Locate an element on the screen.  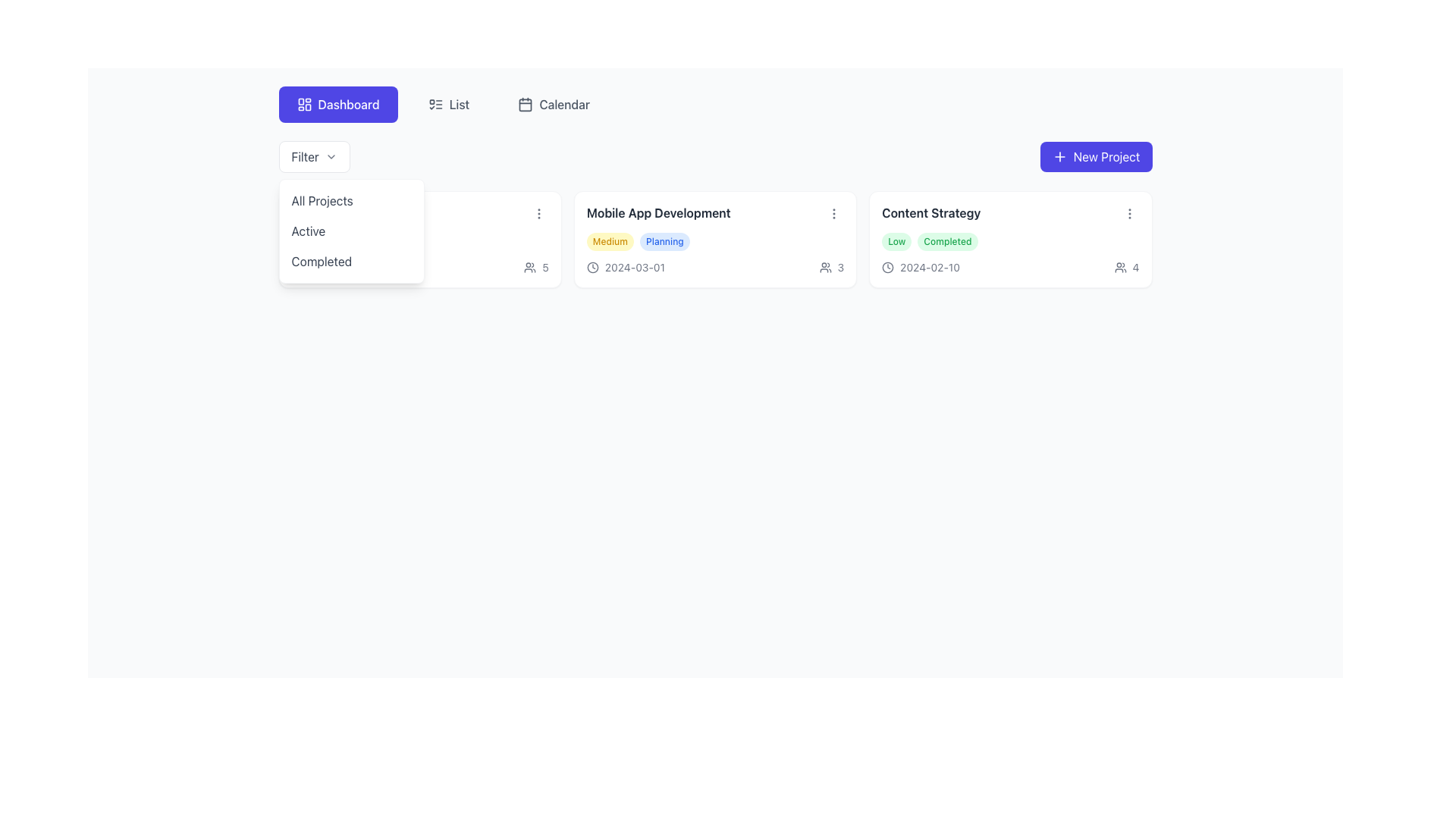
the 'Active' filter button in the project management interface is located at coordinates (350, 231).